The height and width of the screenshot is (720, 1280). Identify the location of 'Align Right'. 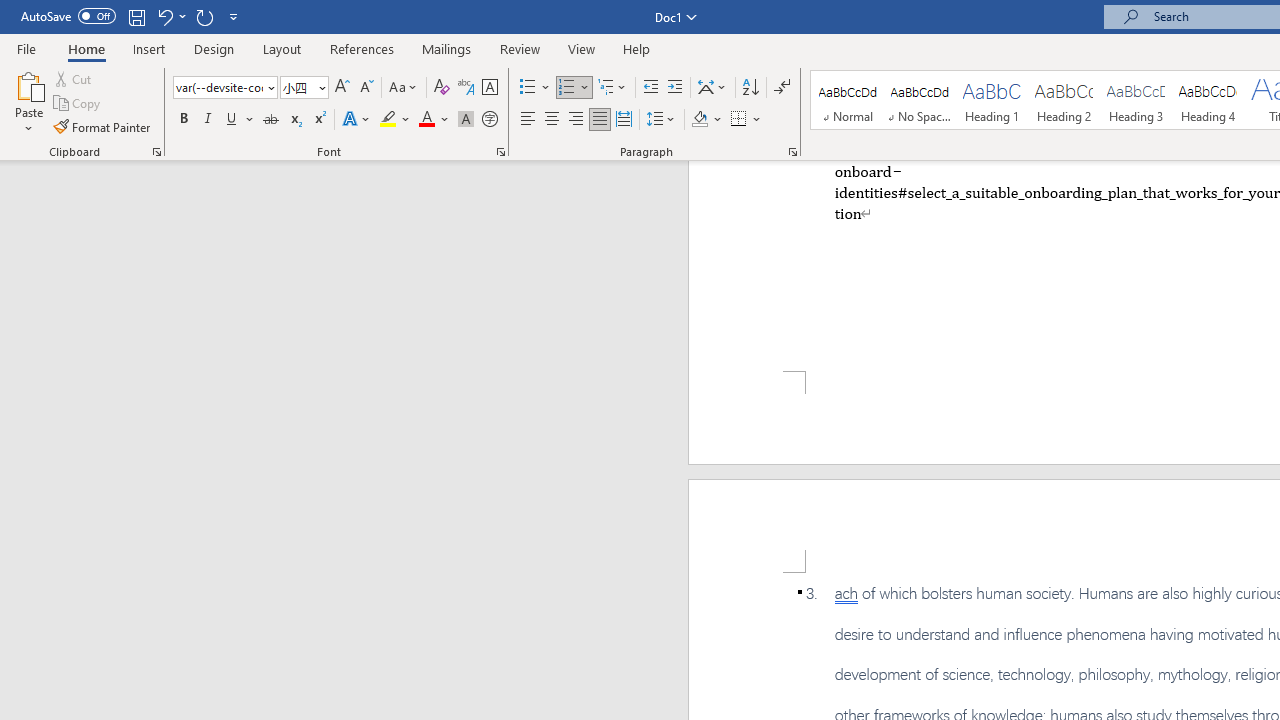
(575, 119).